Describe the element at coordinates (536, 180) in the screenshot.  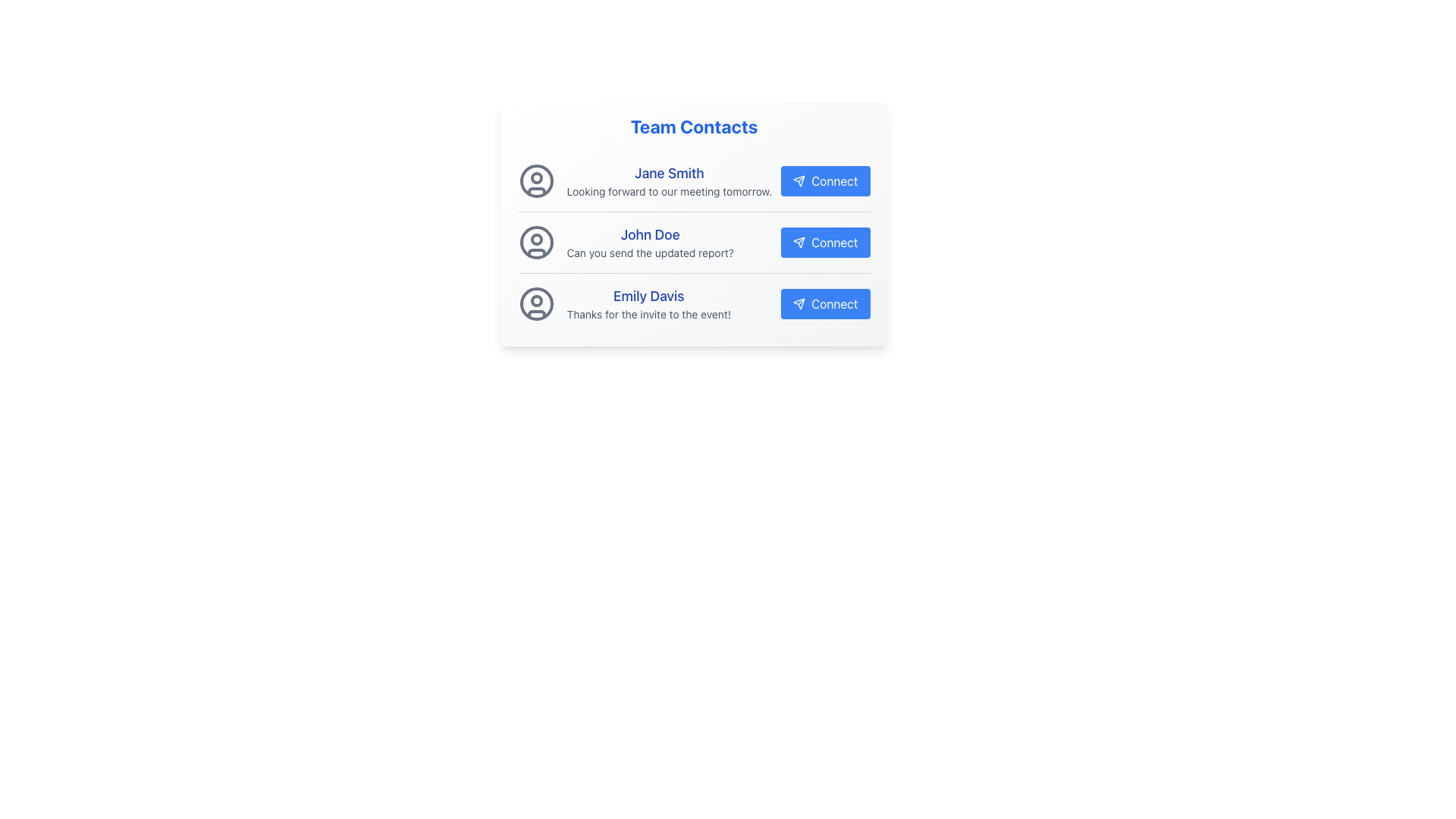
I see `the user icon for 'Jane Smith' in the 'Team Contacts' list, which is represented as a gray circular outline enclosing a simplified head and shoulders, located to the left of her name` at that location.